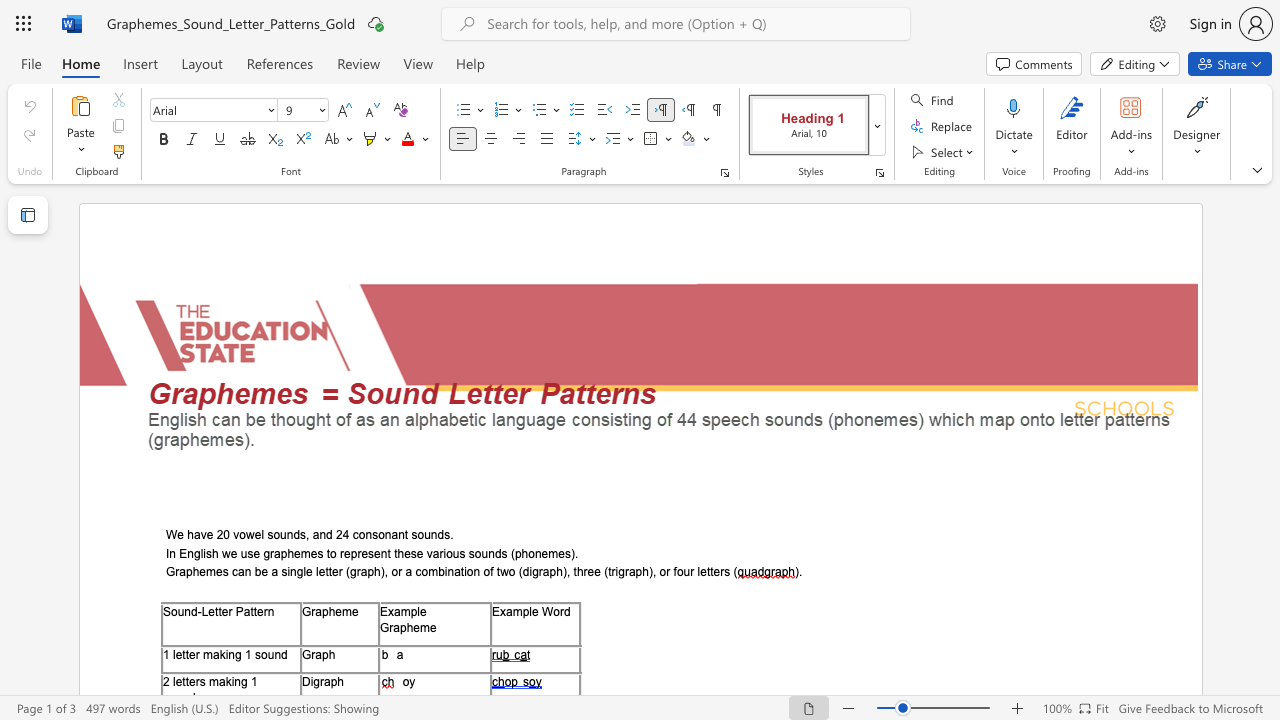 This screenshot has height=720, width=1280. I want to click on the subset text "ve 20 vowel sounds, a" within the text "We have 20 vowel sounds, and 24 consonant sounds.", so click(200, 534).